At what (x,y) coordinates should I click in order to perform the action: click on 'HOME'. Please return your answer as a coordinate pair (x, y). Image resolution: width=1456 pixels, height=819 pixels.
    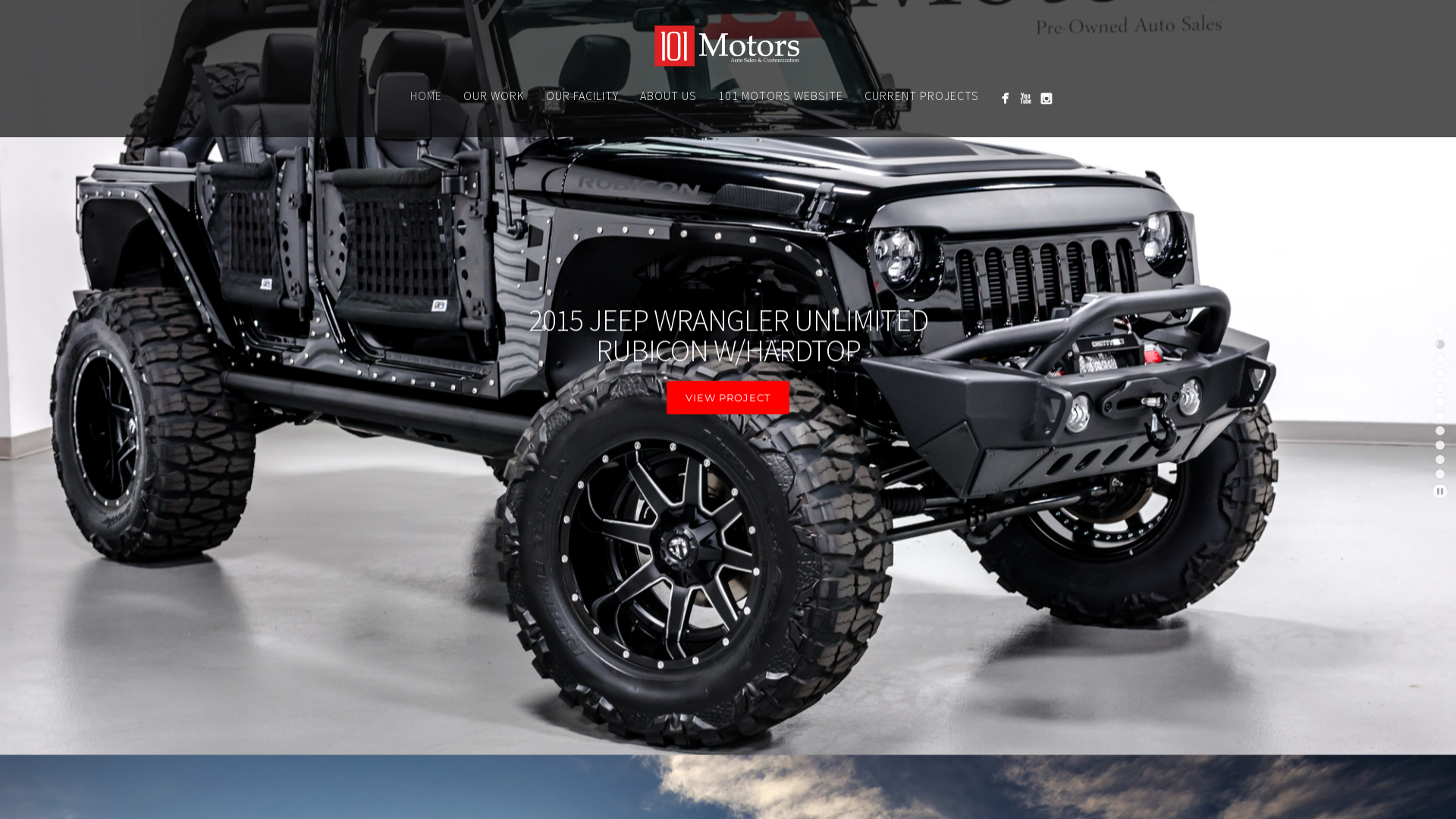
    Looking at the image, I should click on (425, 96).